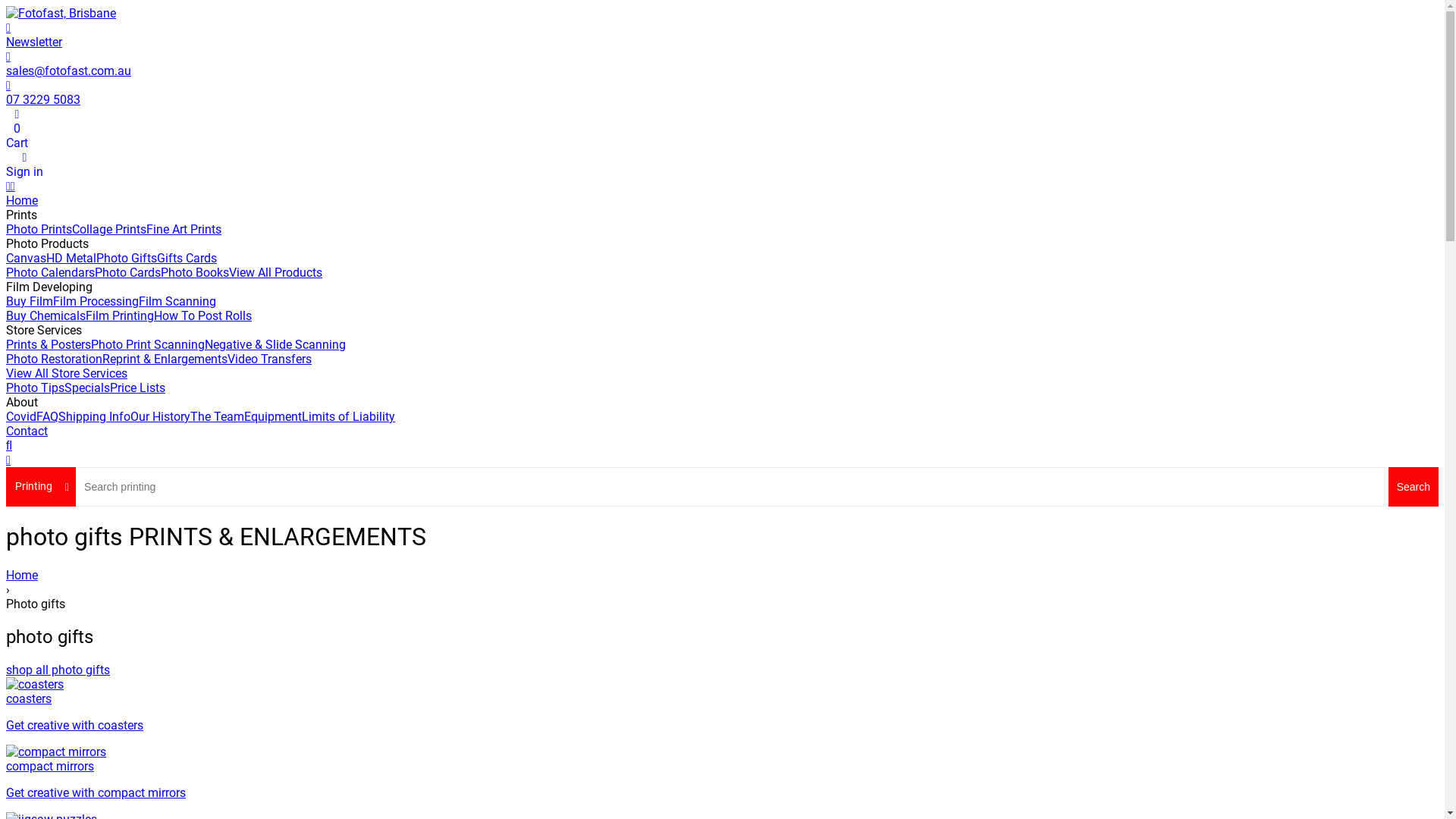  Describe the element at coordinates (90, 344) in the screenshot. I see `'Photo Print Scanning'` at that location.